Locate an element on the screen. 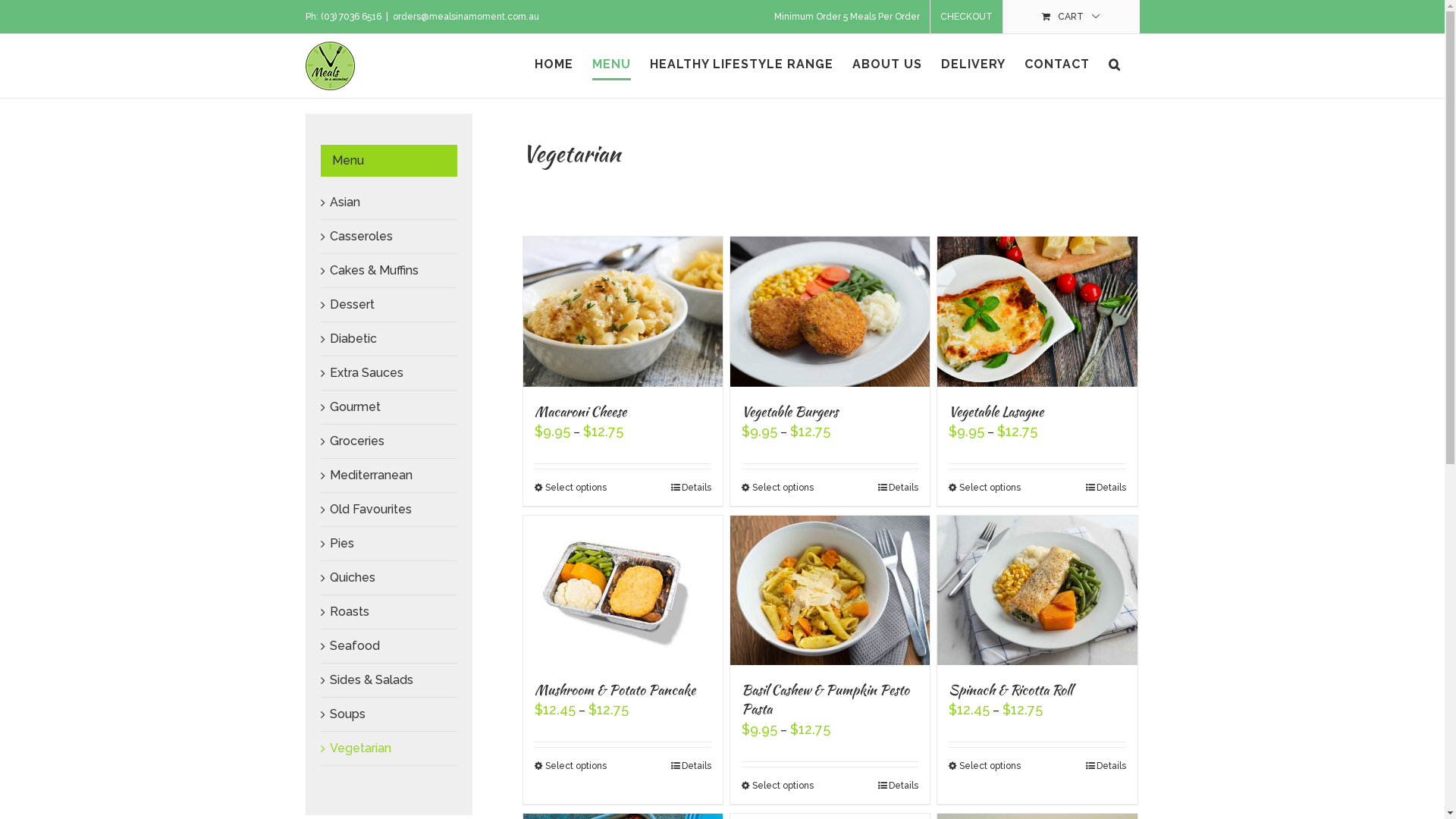 Image resolution: width=1456 pixels, height=819 pixels. 'Spinach & Ricotta Roll' is located at coordinates (1010, 689).